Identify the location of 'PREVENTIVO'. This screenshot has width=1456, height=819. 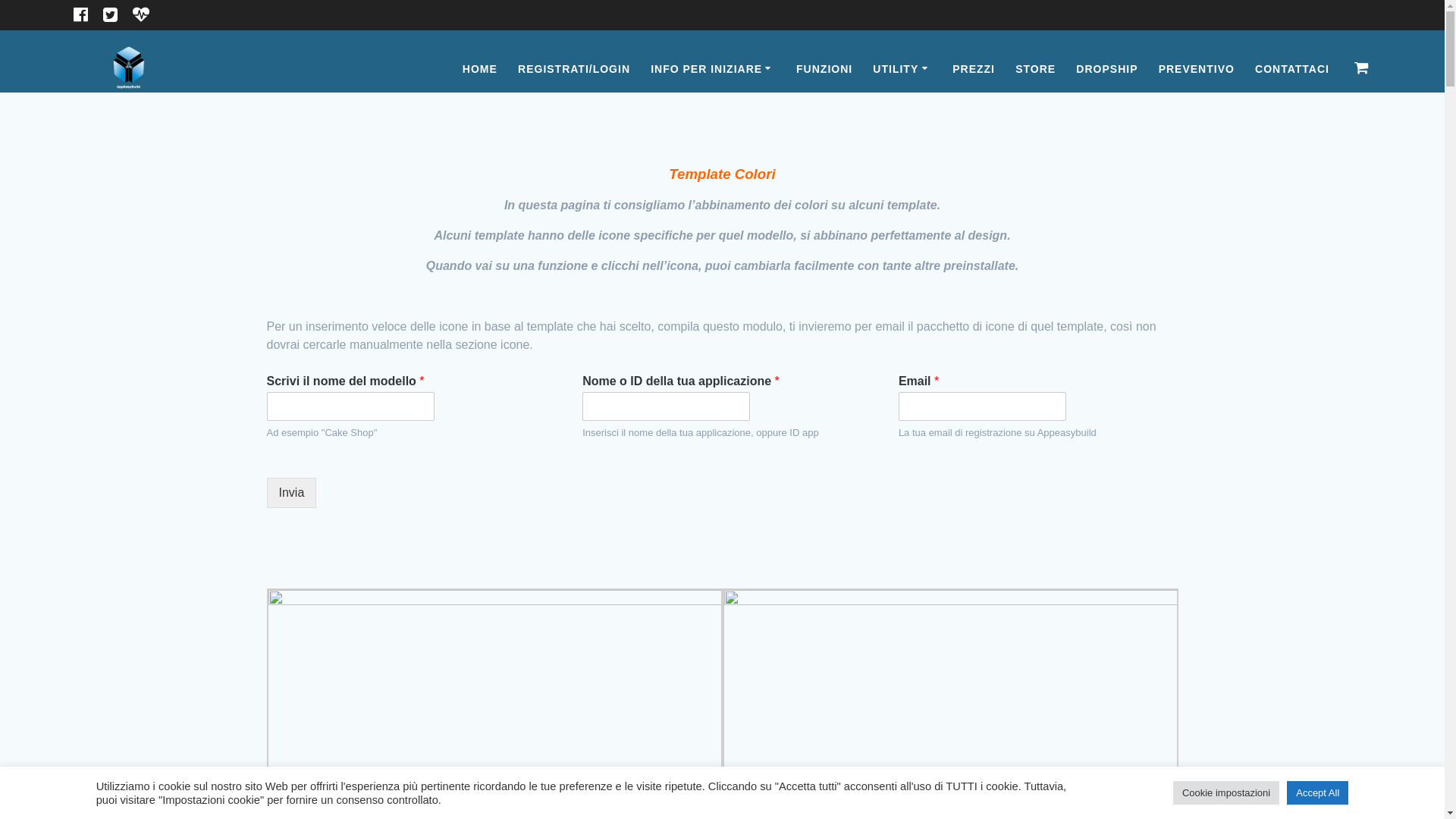
(1196, 69).